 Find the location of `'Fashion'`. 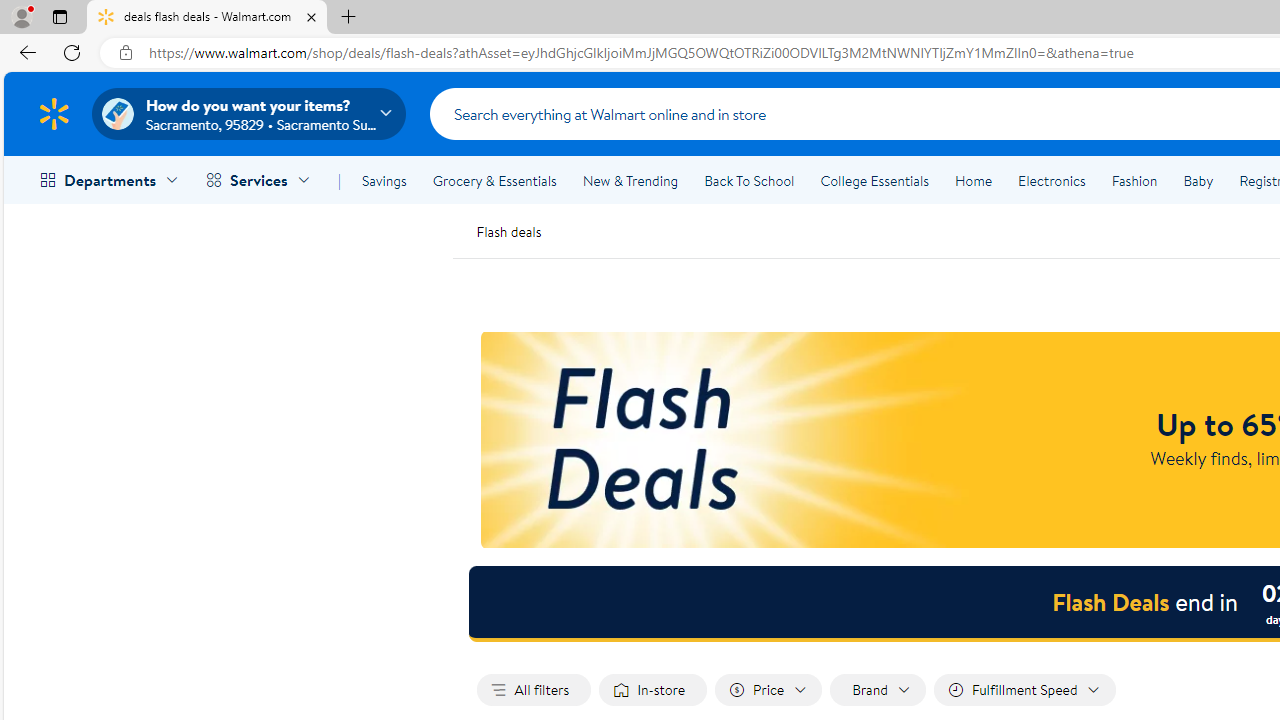

'Fashion' is located at coordinates (1134, 181).